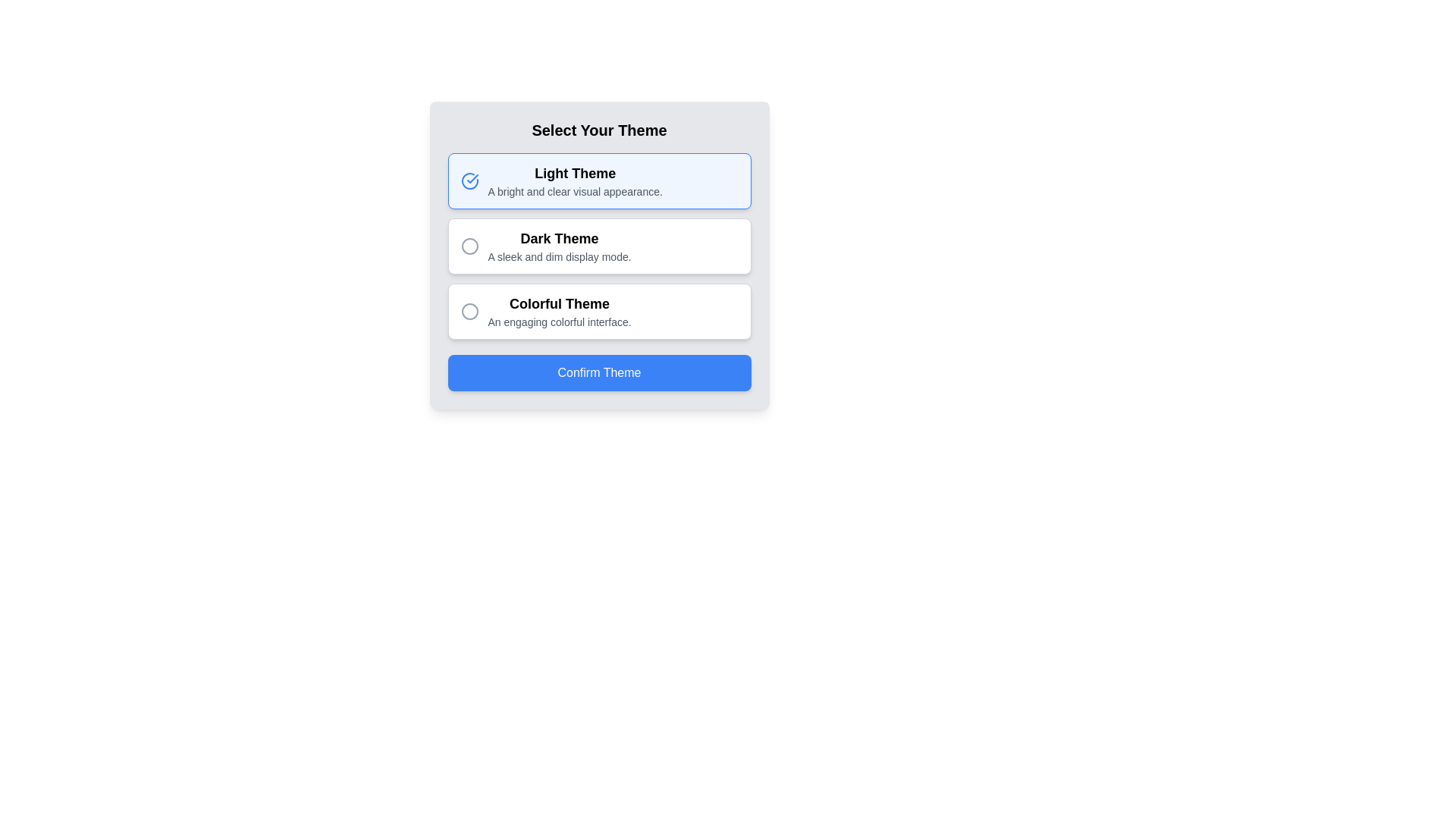  I want to click on the descriptive tagline text element located below the header text in the 'Light Theme' option card, so click(574, 191).